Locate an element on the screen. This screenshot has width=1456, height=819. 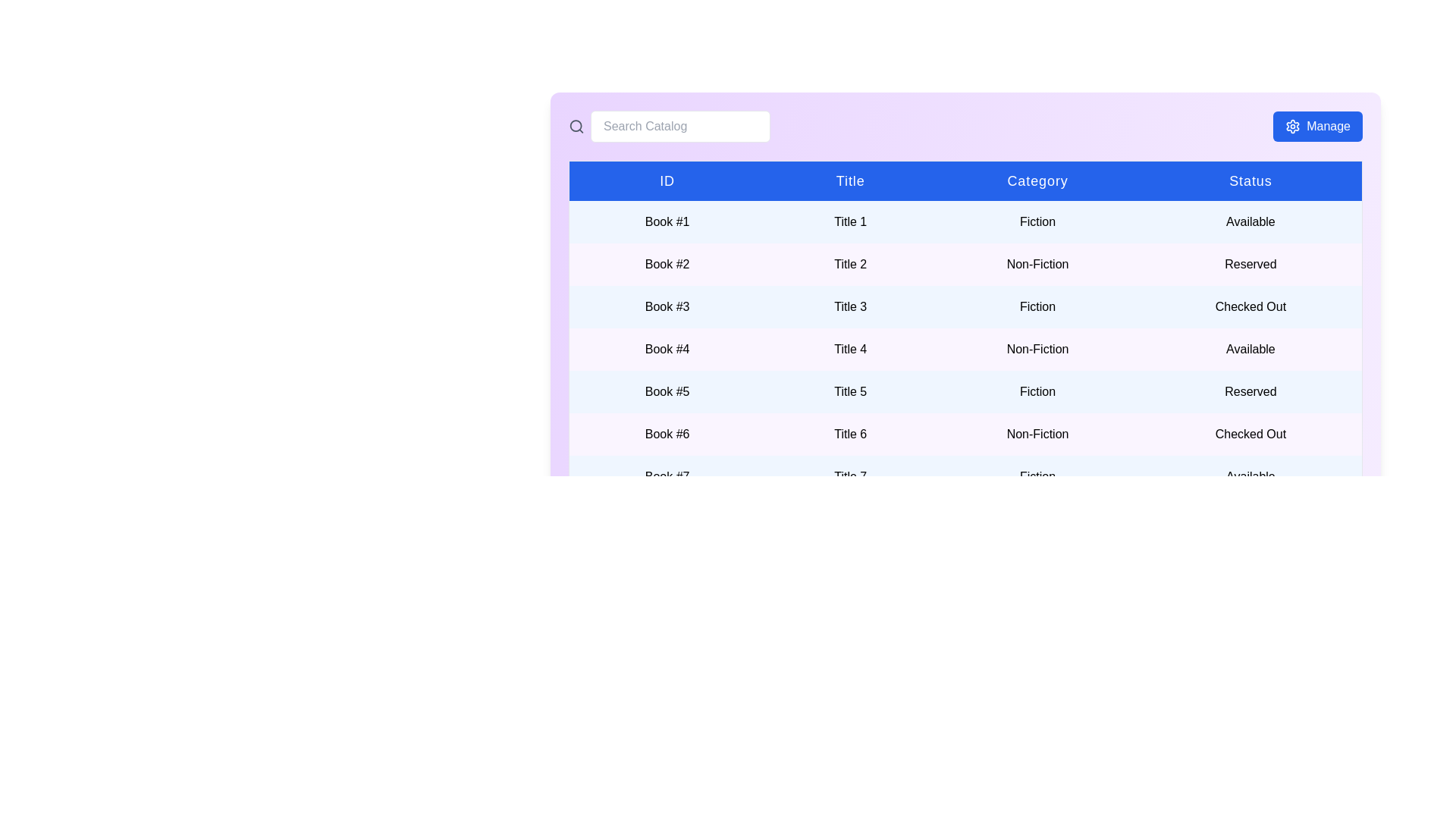
the column header to sort the table by Category is located at coordinates (1037, 180).